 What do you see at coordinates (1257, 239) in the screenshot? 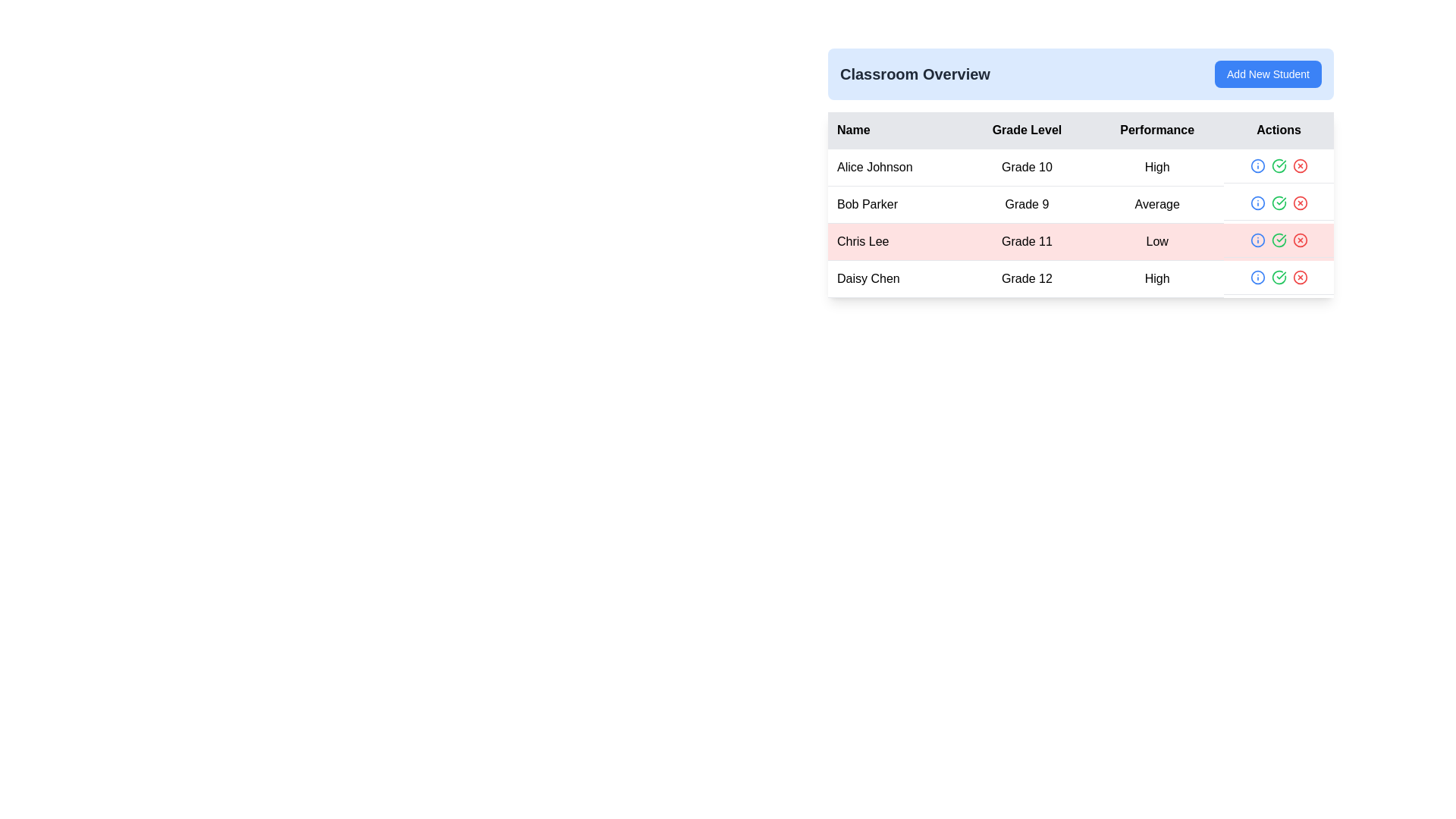
I see `the central part of the 'info' icon within the 'Actions' column for 'Chris Lee'` at bounding box center [1257, 239].